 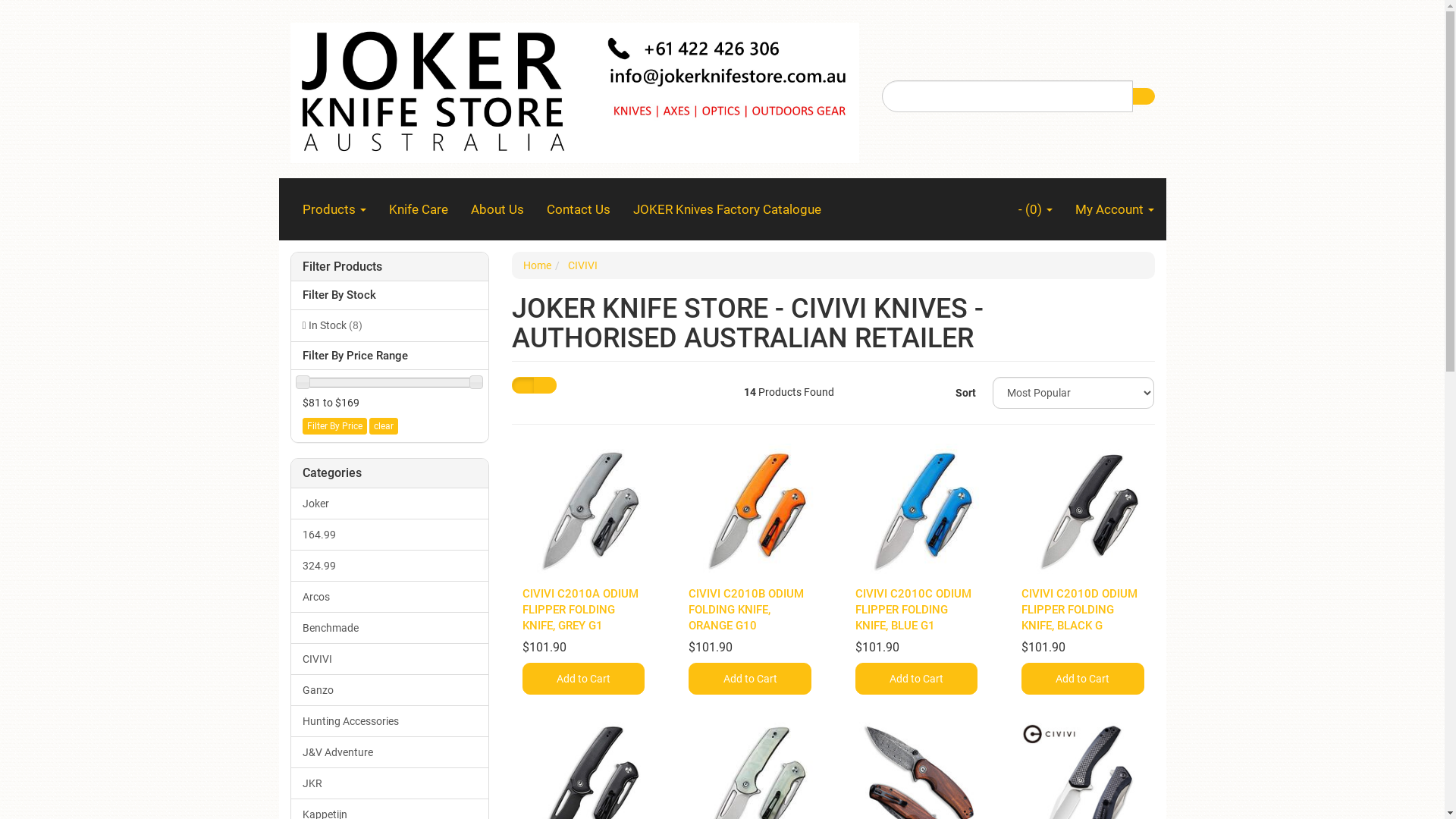 What do you see at coordinates (291, 209) in the screenshot?
I see `'Products'` at bounding box center [291, 209].